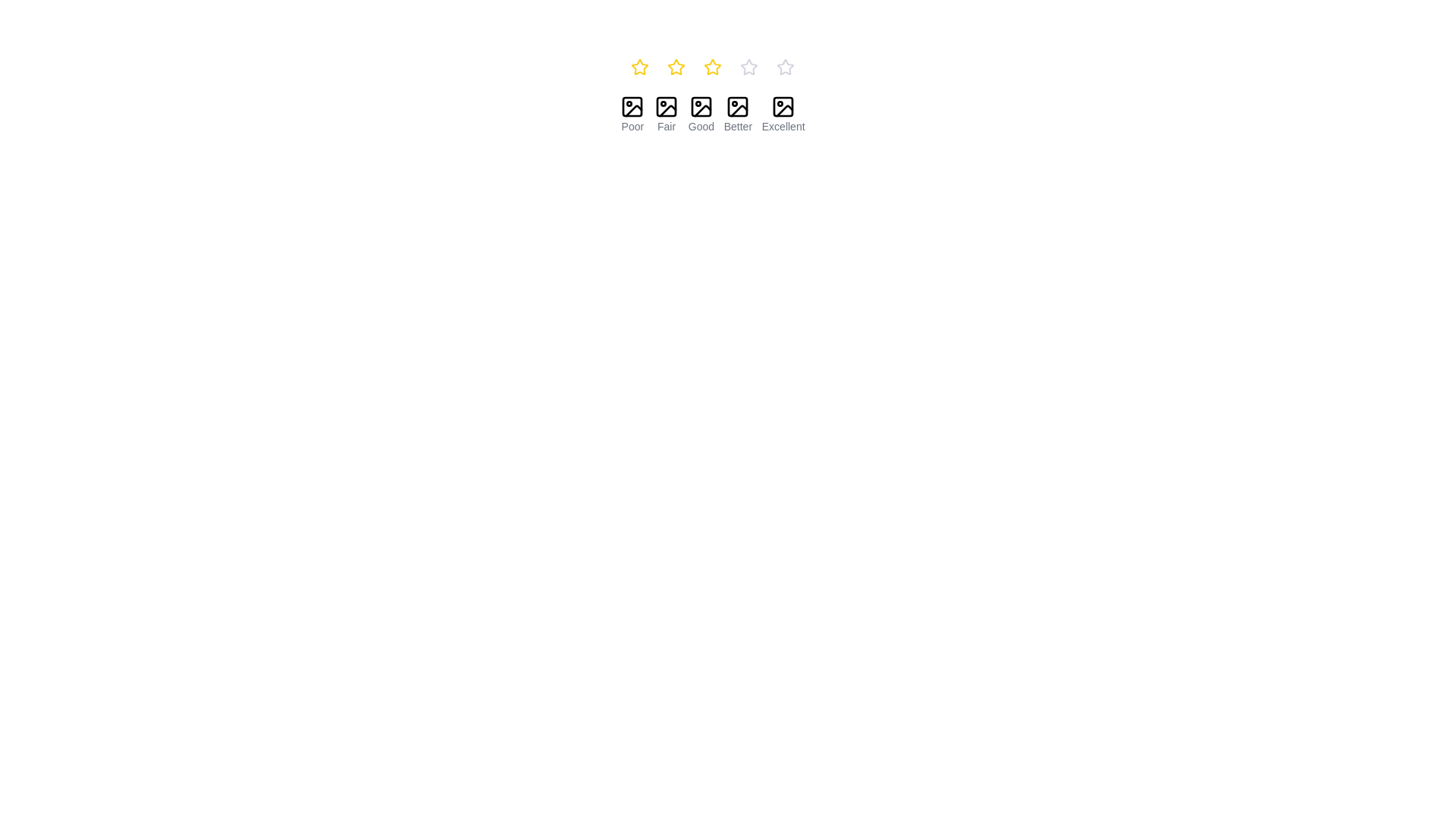 The height and width of the screenshot is (819, 1456). I want to click on the fourth star icon, so click(786, 66).